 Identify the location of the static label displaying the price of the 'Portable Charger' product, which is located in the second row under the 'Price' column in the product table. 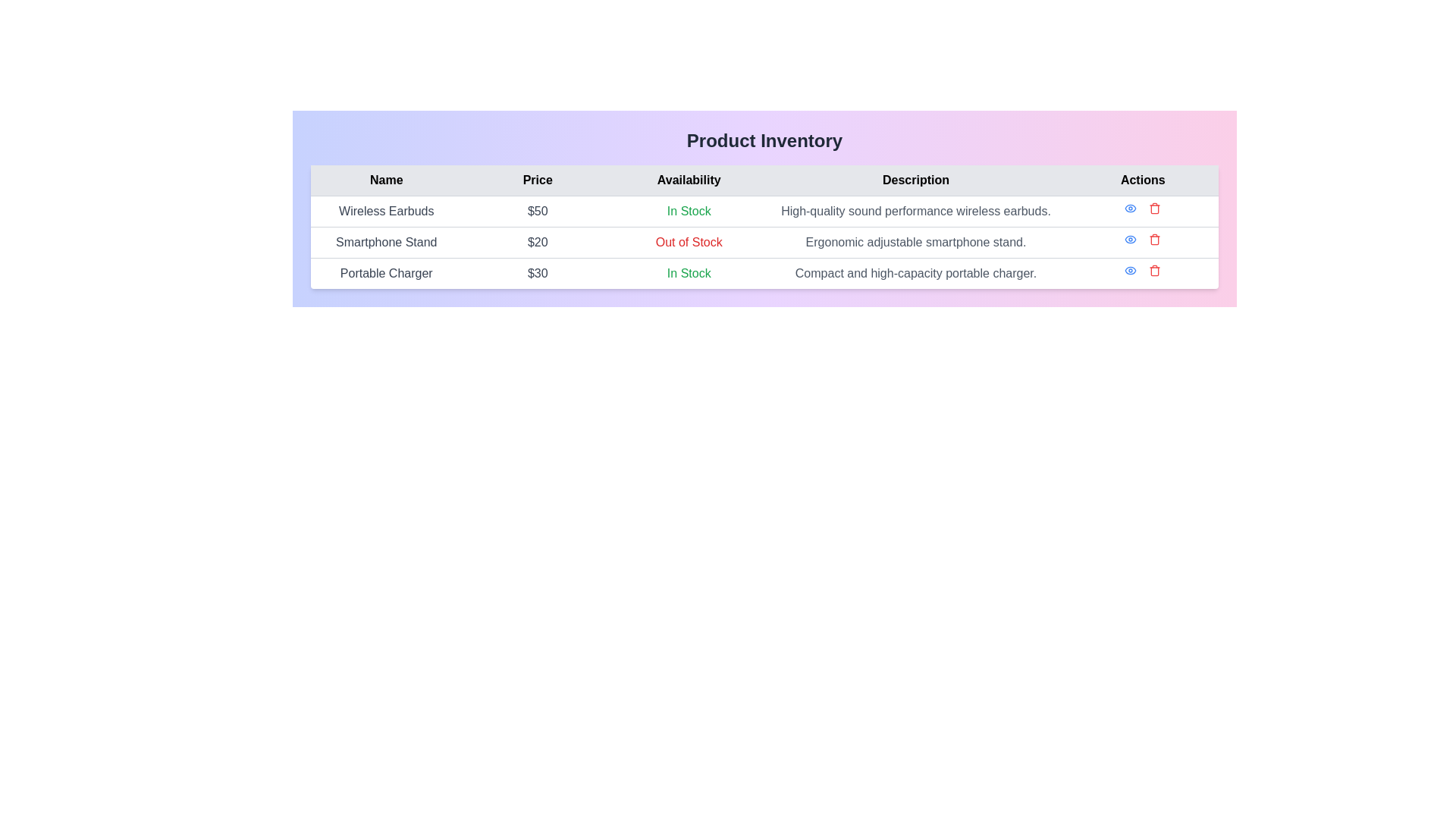
(538, 273).